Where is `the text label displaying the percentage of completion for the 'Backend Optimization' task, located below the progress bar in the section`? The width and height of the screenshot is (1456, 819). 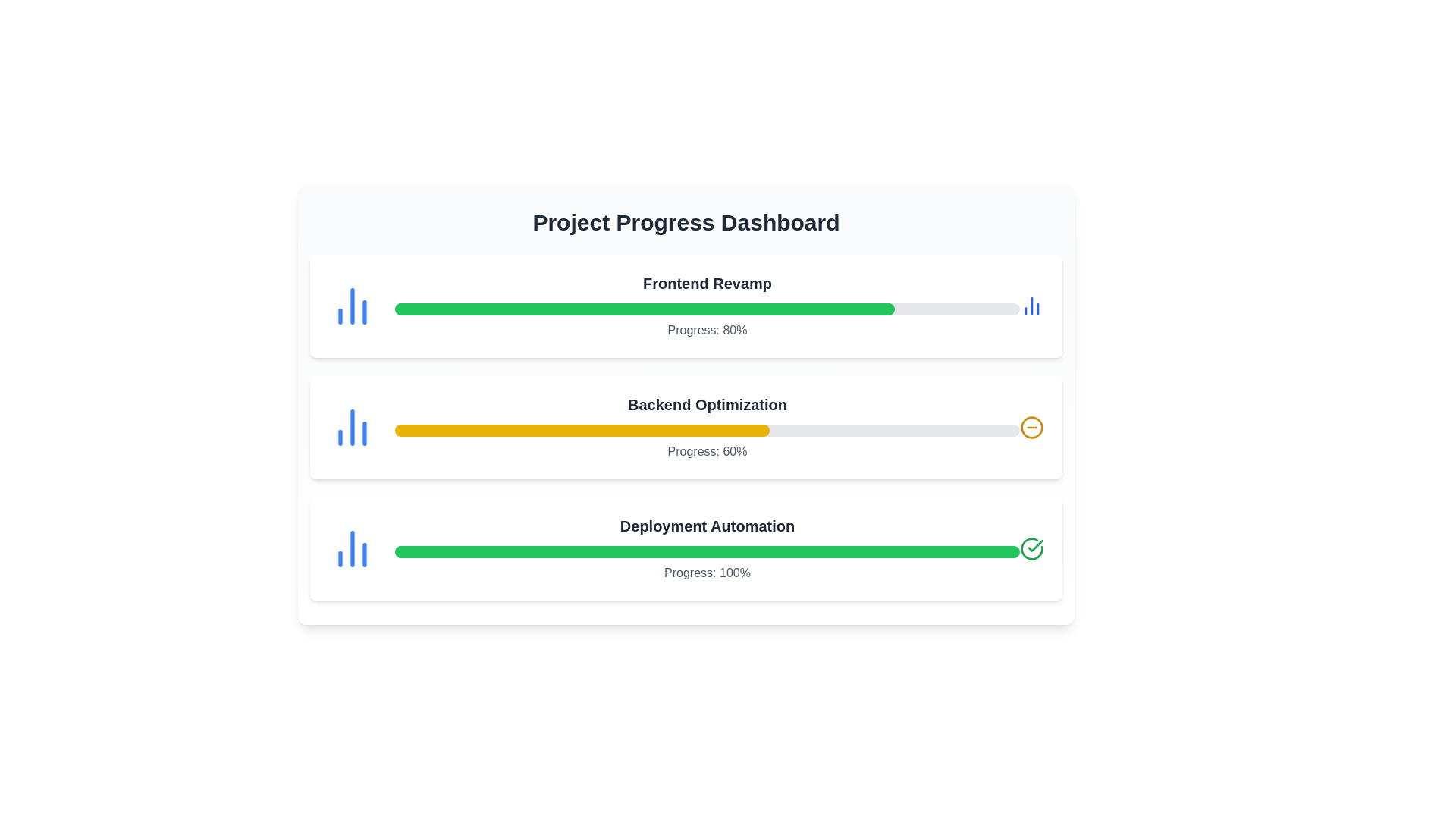 the text label displaying the percentage of completion for the 'Backend Optimization' task, located below the progress bar in the section is located at coordinates (706, 451).